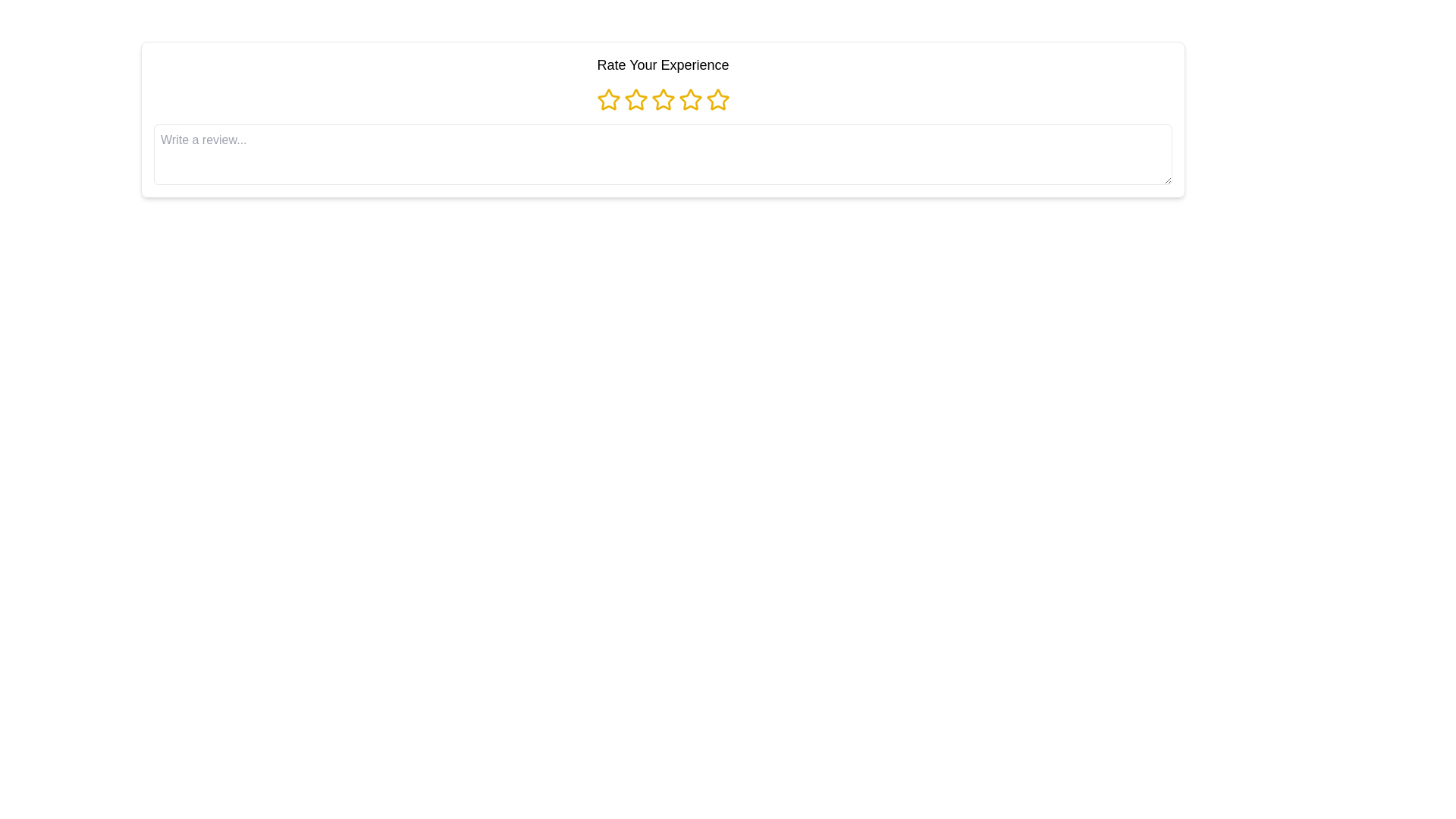  Describe the element at coordinates (689, 99) in the screenshot. I see `the fourth star-shaped icon in the rating section below the 'Rate Your Experience' label` at that location.